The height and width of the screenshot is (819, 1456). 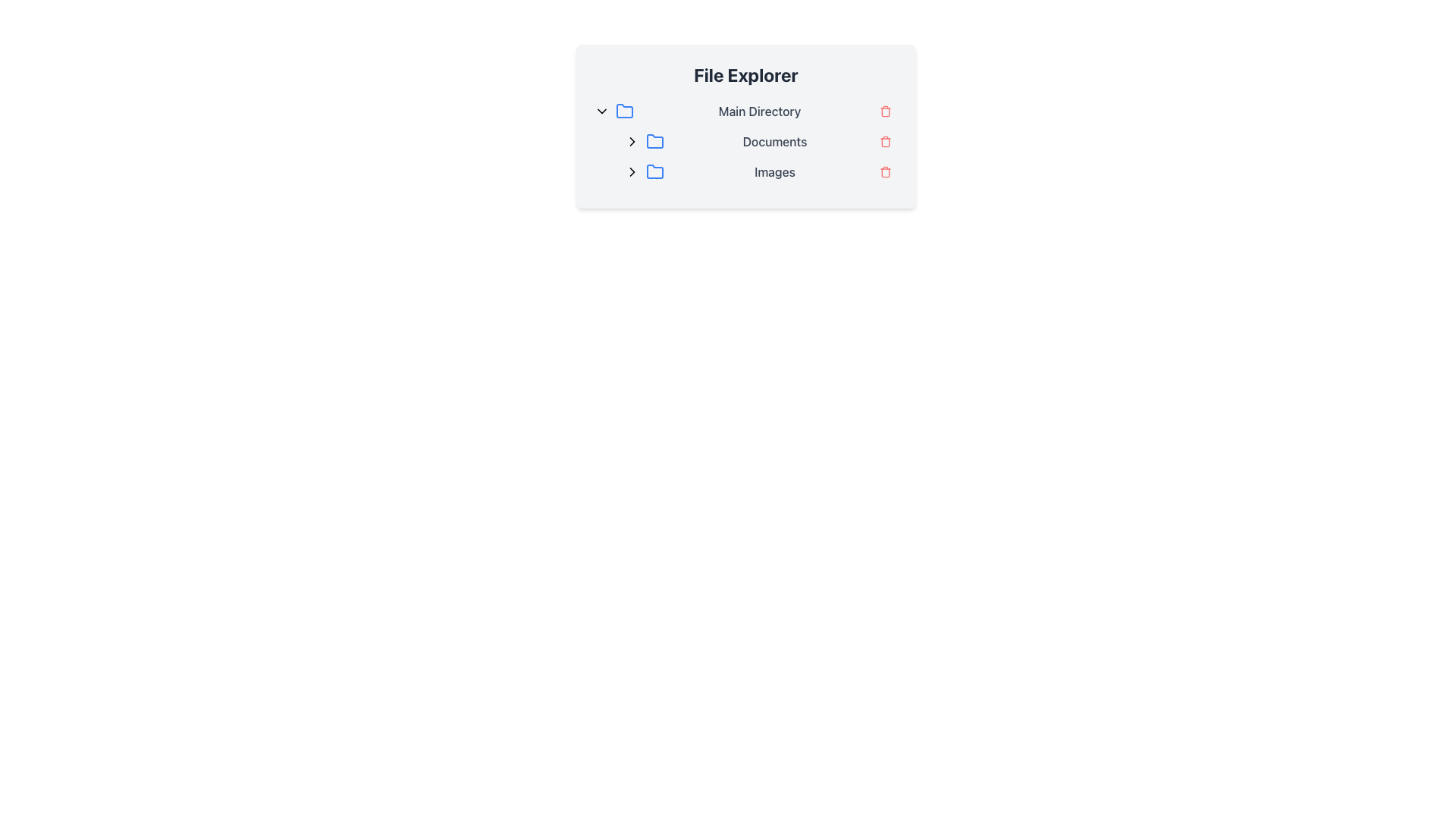 What do you see at coordinates (745, 75) in the screenshot?
I see `the 'File Explorer' header text which is bold and large in dark gray color, located at the top-center of the file browsing interface` at bounding box center [745, 75].